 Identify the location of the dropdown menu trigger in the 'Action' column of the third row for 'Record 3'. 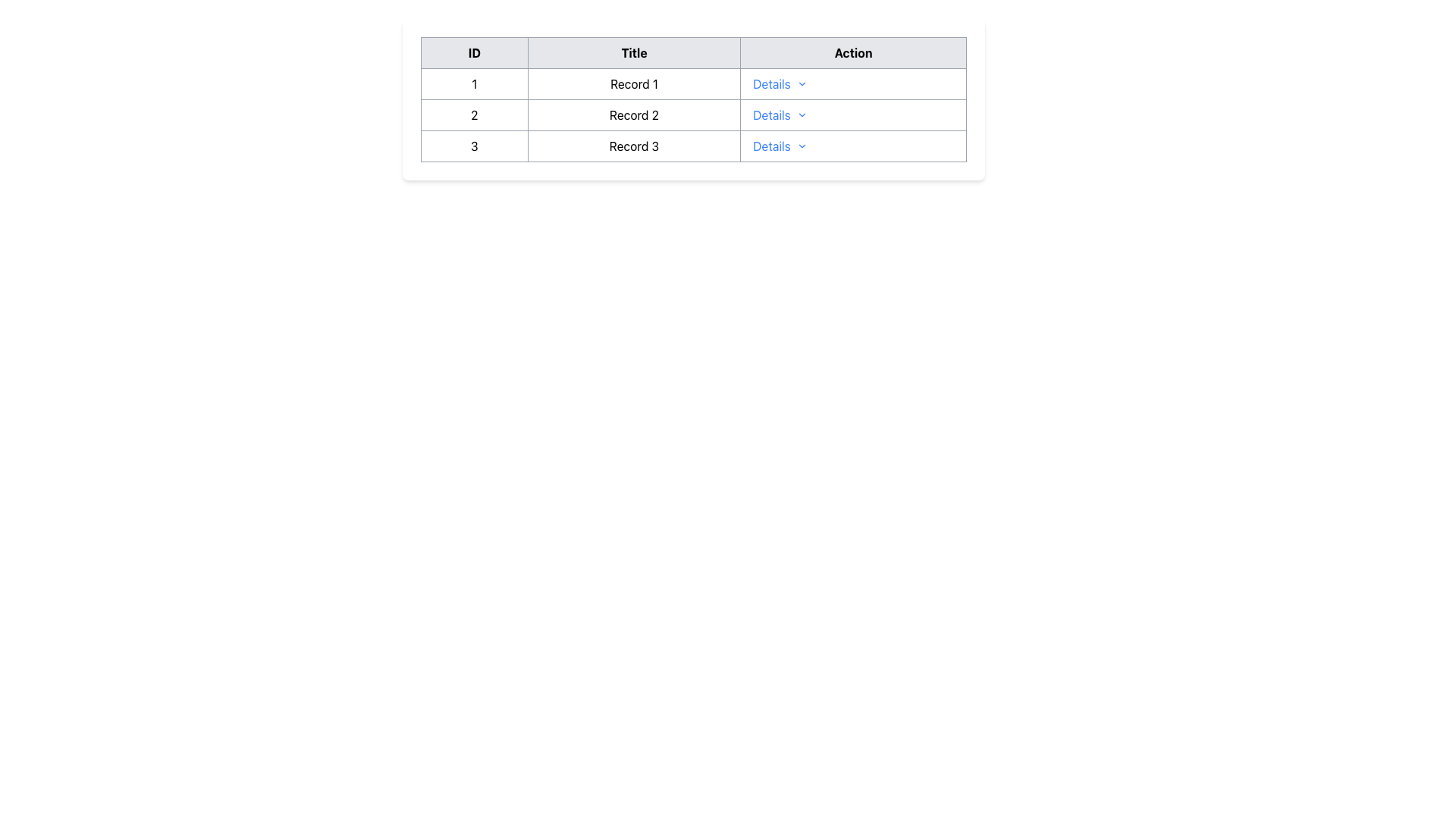
(853, 146).